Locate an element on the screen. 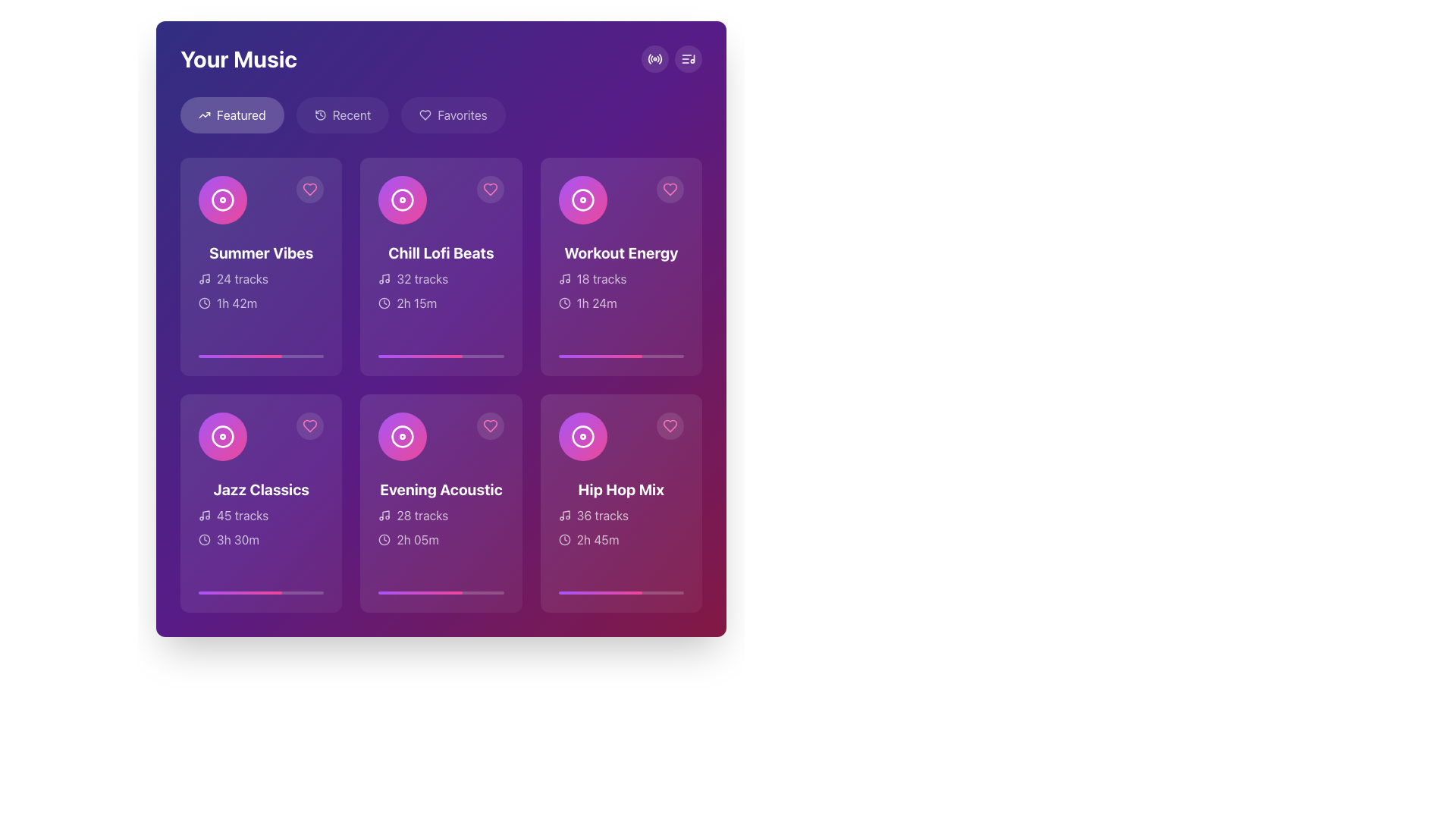 The height and width of the screenshot is (819, 1456). the music playlist card located in the second column of the second row, which contains details about a music playlist or album is located at coordinates (440, 503).